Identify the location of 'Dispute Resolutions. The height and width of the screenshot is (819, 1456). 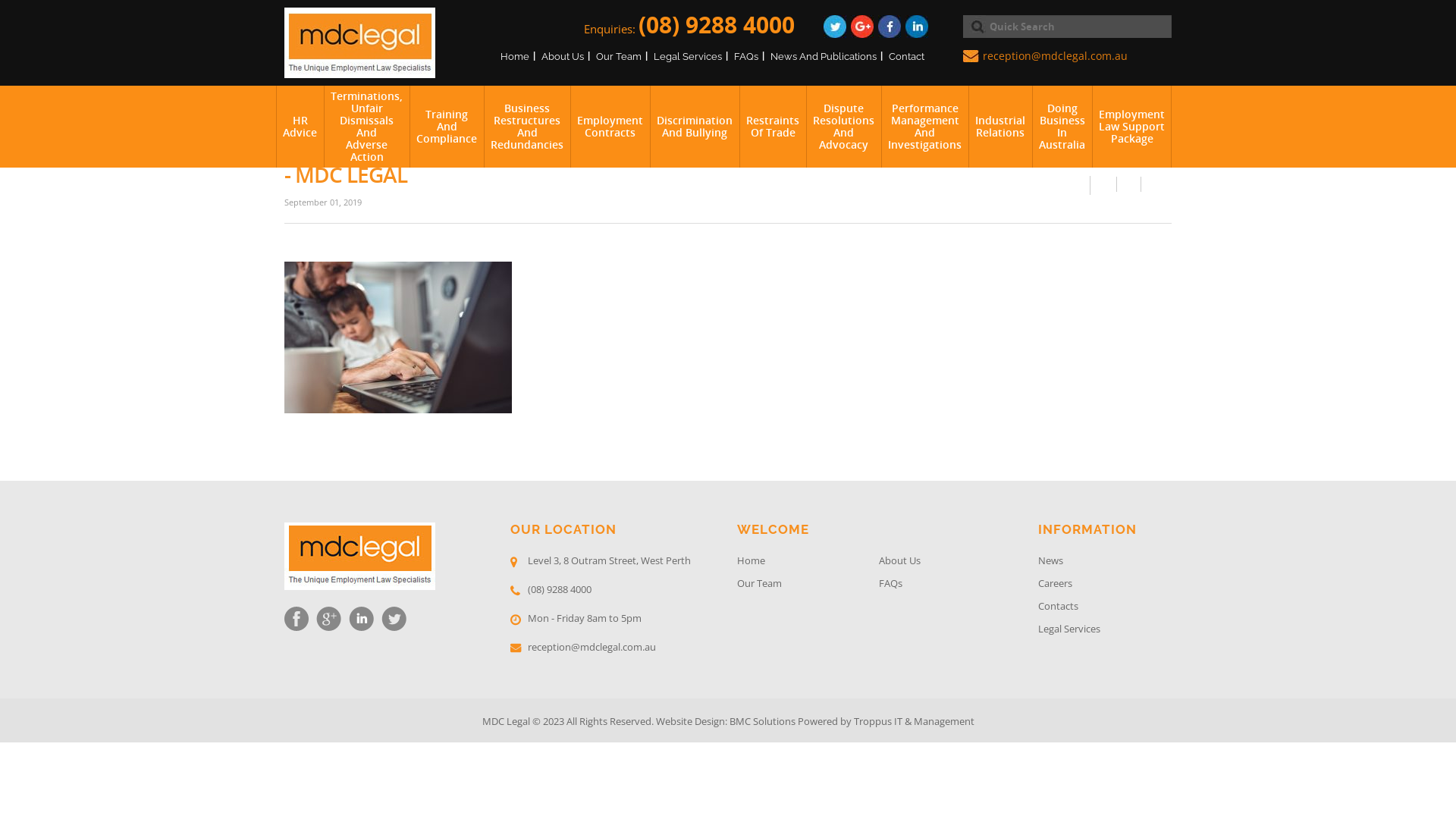
(843, 125).